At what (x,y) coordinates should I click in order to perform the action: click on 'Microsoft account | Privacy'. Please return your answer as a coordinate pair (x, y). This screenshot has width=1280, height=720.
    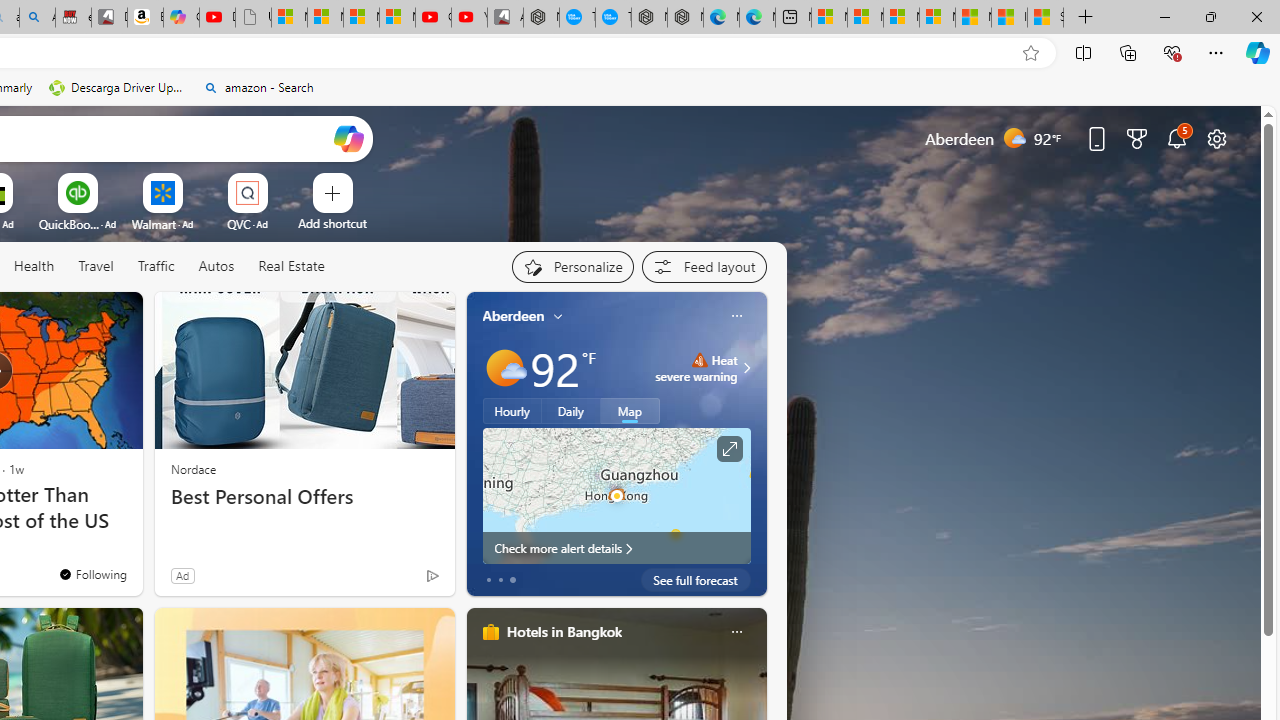
    Looking at the image, I should click on (936, 17).